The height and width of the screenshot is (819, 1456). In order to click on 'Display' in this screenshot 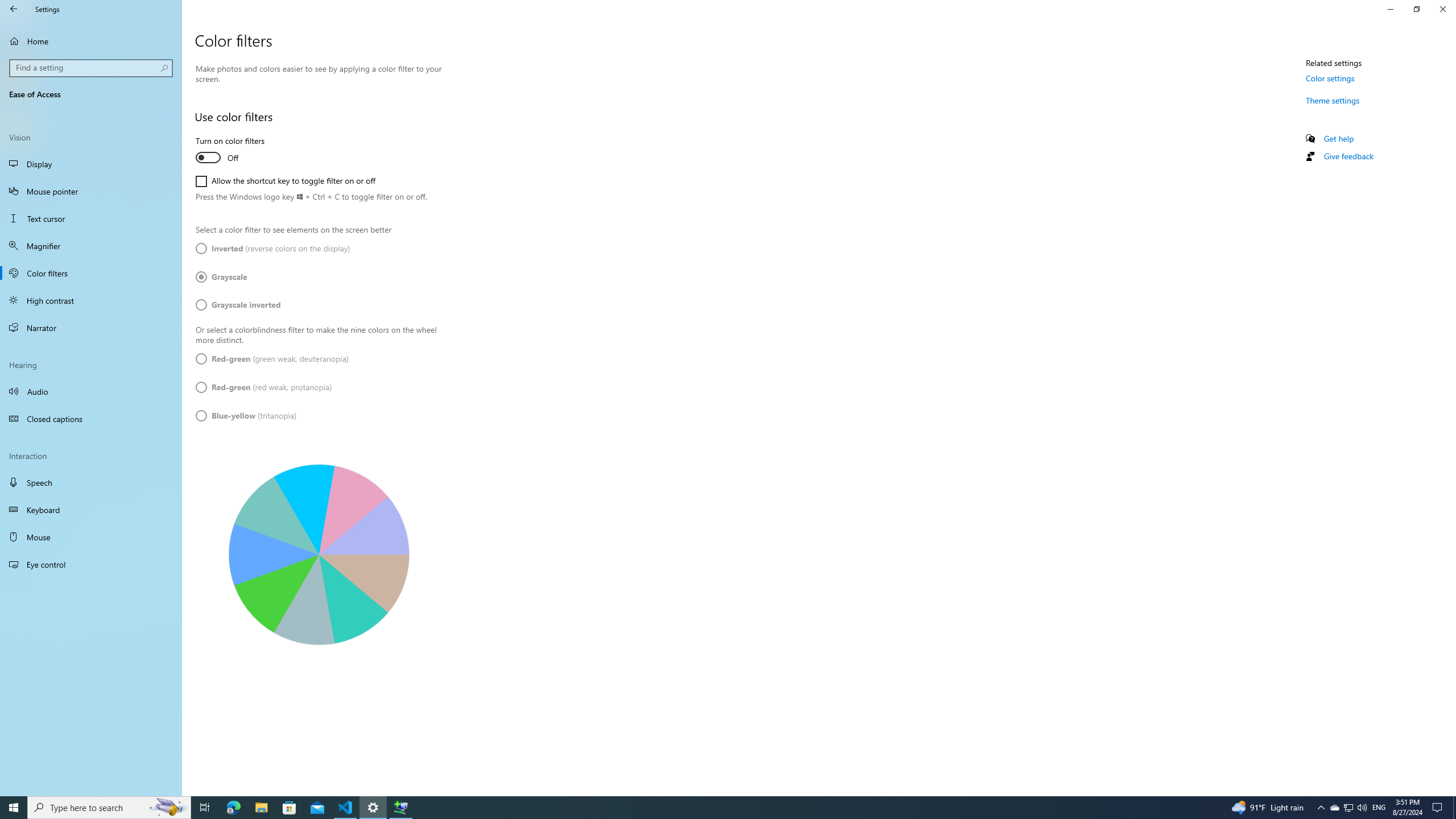, I will do `click(90, 163)`.